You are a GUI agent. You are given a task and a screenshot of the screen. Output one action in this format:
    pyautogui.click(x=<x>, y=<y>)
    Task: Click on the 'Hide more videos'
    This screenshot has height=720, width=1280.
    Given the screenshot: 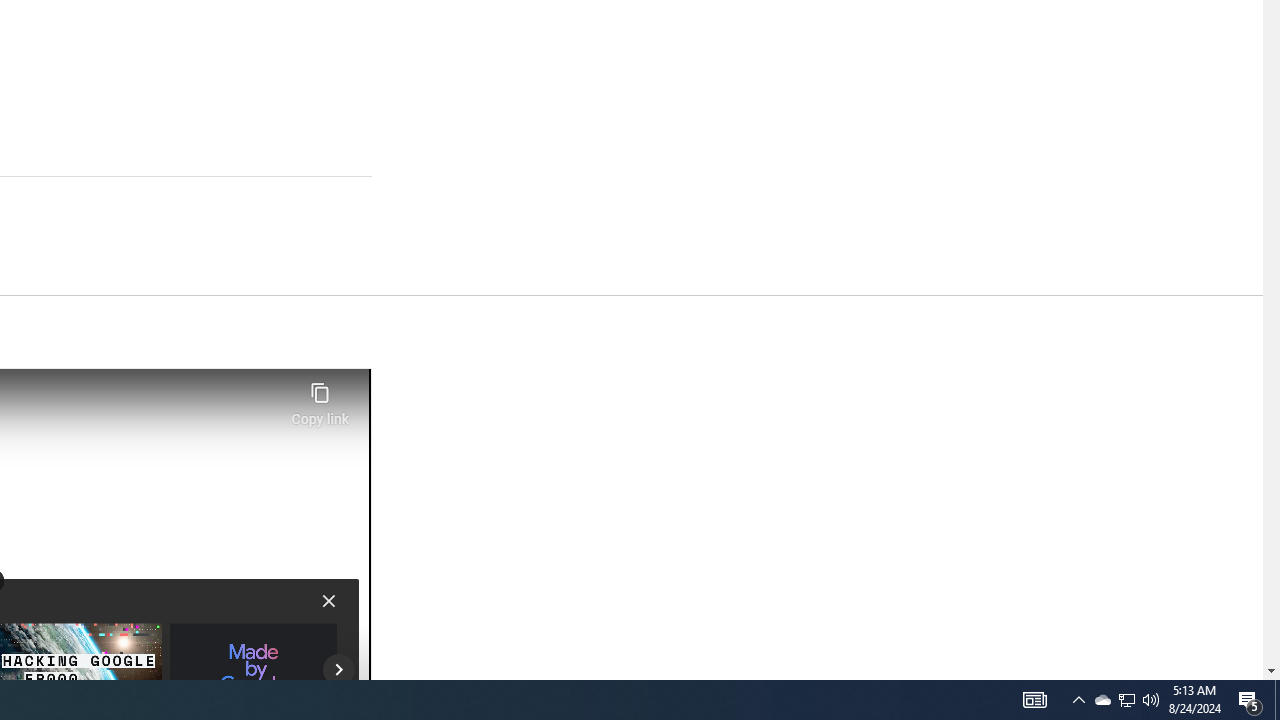 What is the action you would take?
    pyautogui.click(x=328, y=599)
    